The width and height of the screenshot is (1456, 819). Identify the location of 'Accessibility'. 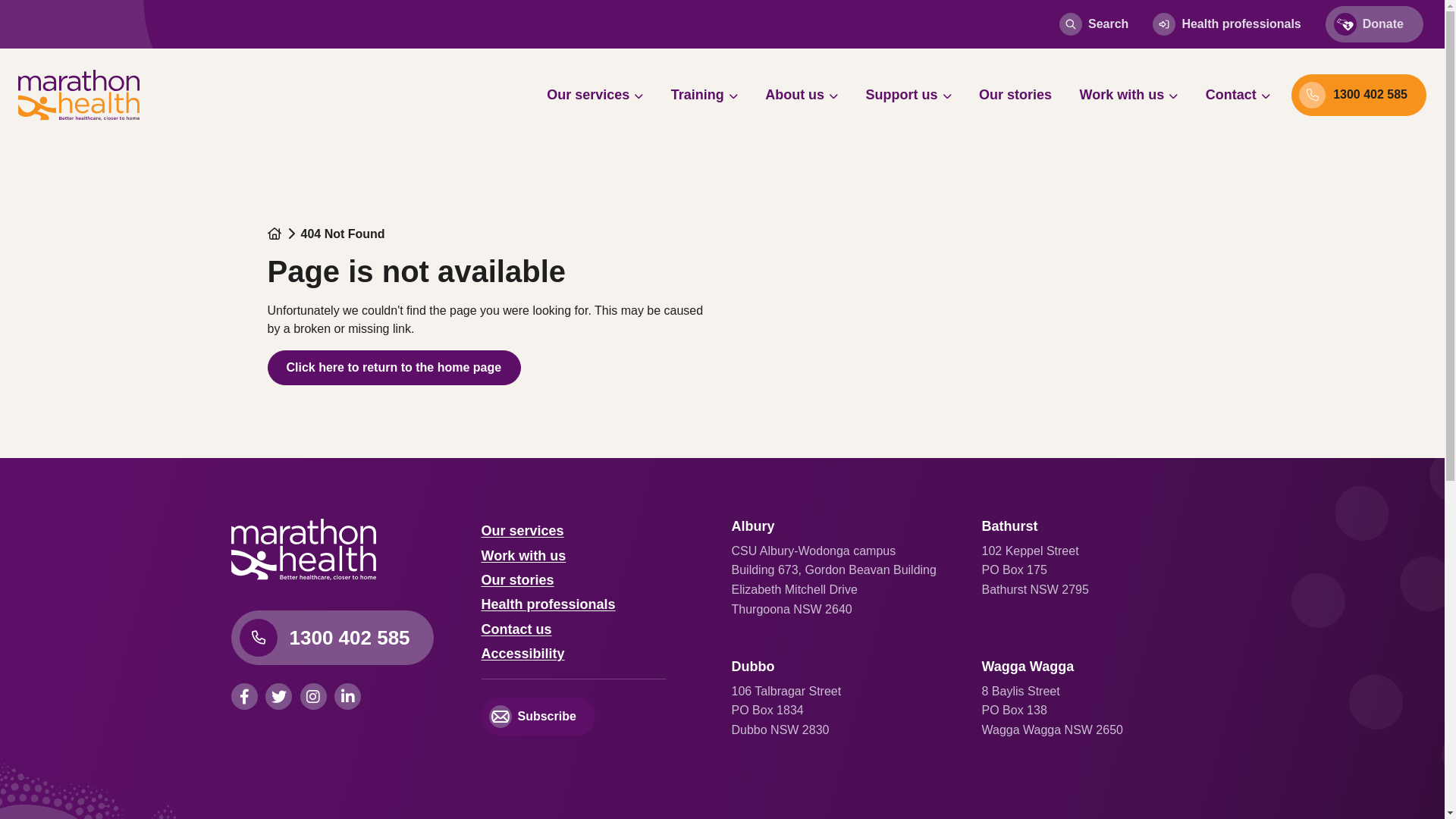
(522, 652).